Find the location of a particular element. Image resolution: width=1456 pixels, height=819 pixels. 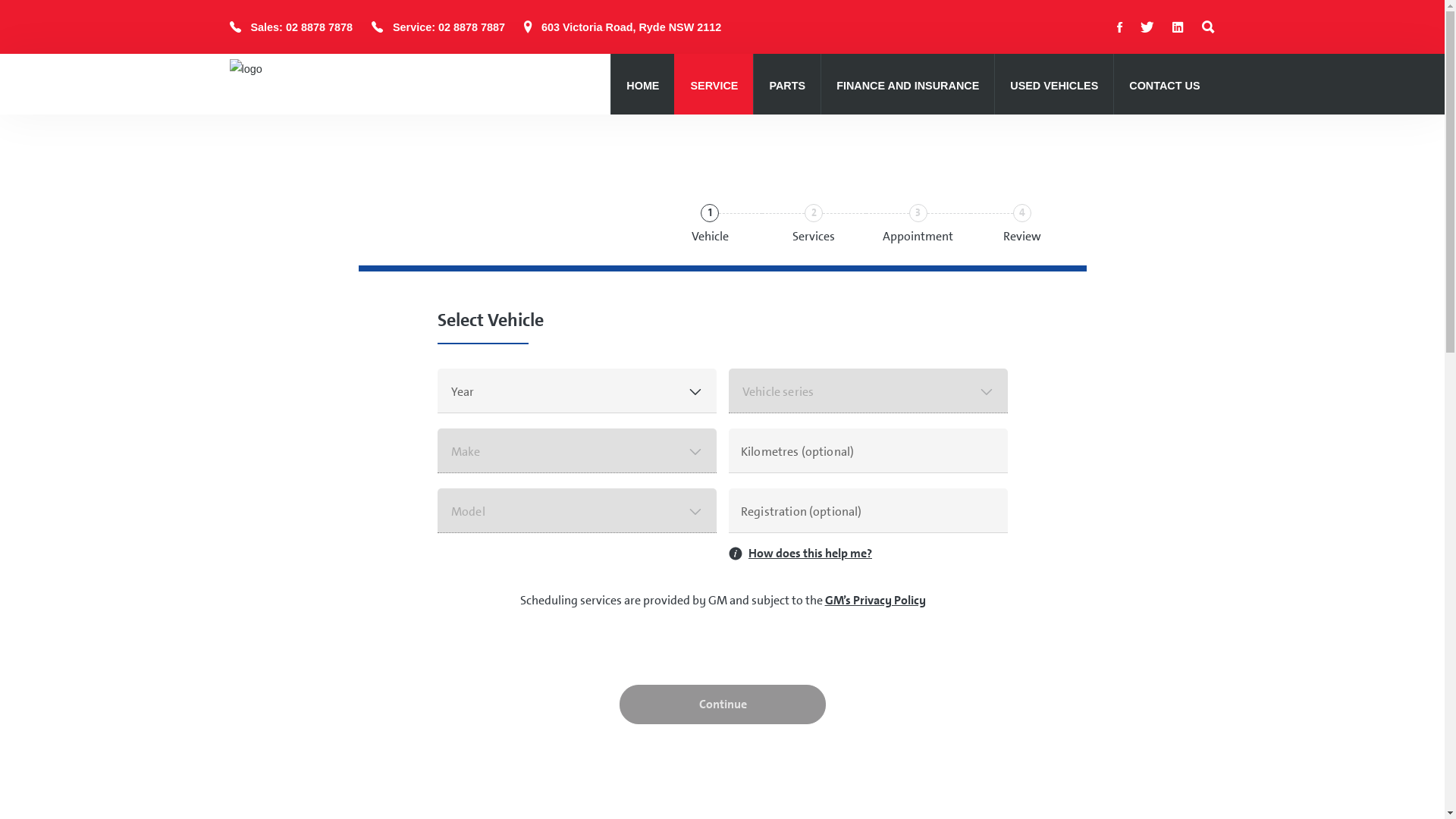

'HOME' is located at coordinates (642, 86).